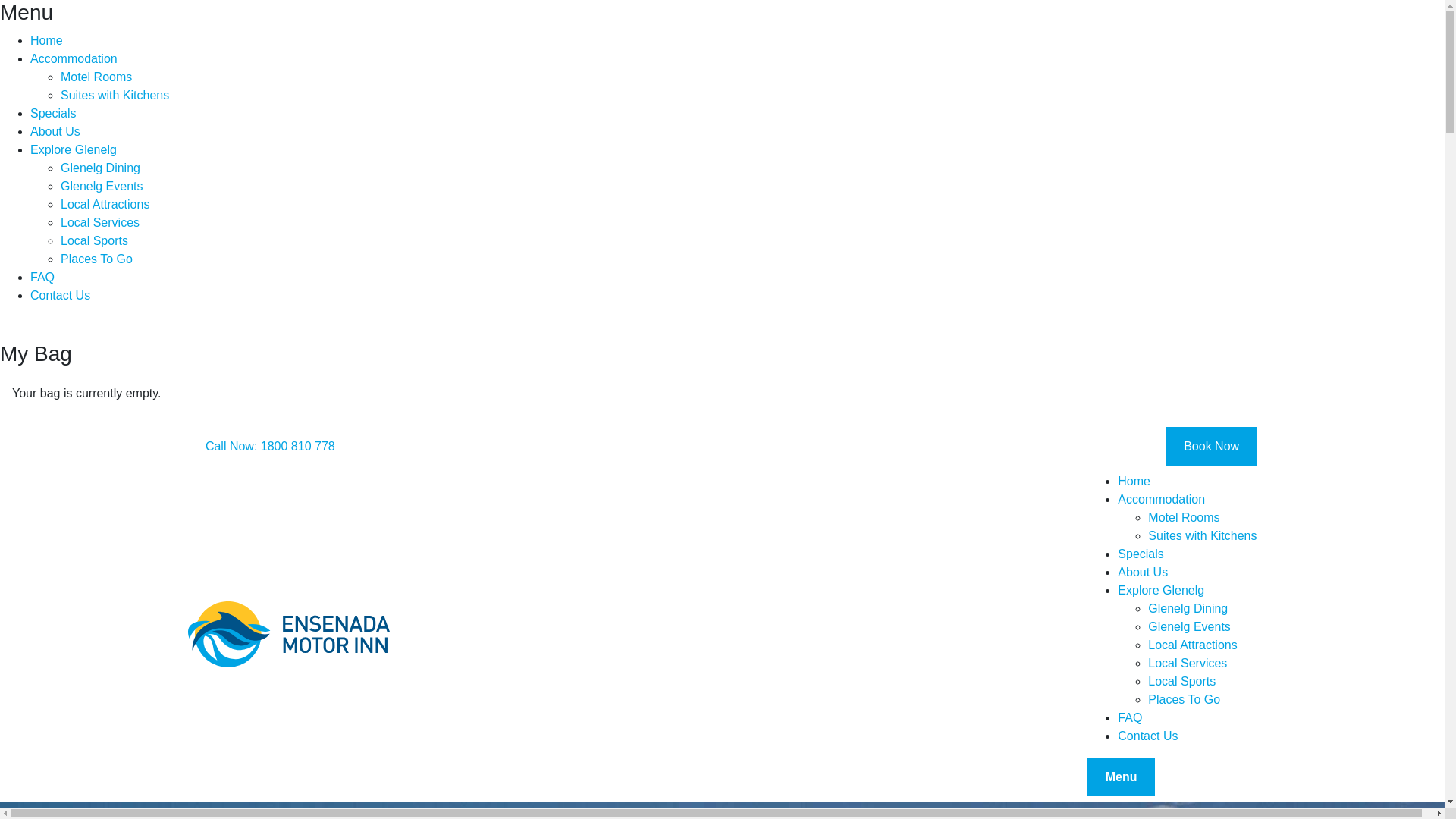 This screenshot has height=819, width=1456. What do you see at coordinates (270, 446) in the screenshot?
I see `'Call Now: 1800 810 778'` at bounding box center [270, 446].